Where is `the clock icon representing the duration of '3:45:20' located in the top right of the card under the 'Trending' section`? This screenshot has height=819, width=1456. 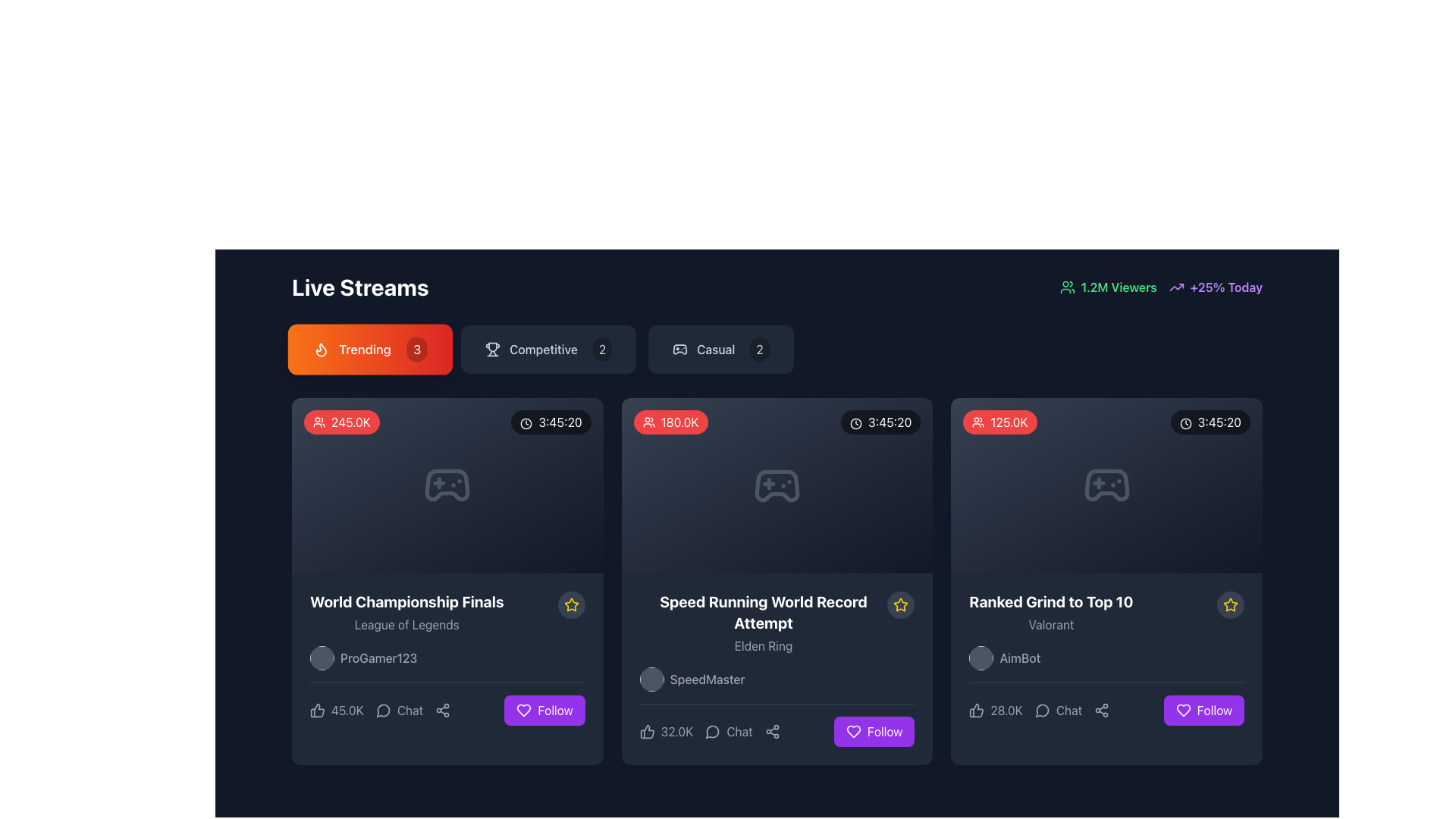
the clock icon representing the duration of '3:45:20' located in the top right of the card under the 'Trending' section is located at coordinates (526, 423).